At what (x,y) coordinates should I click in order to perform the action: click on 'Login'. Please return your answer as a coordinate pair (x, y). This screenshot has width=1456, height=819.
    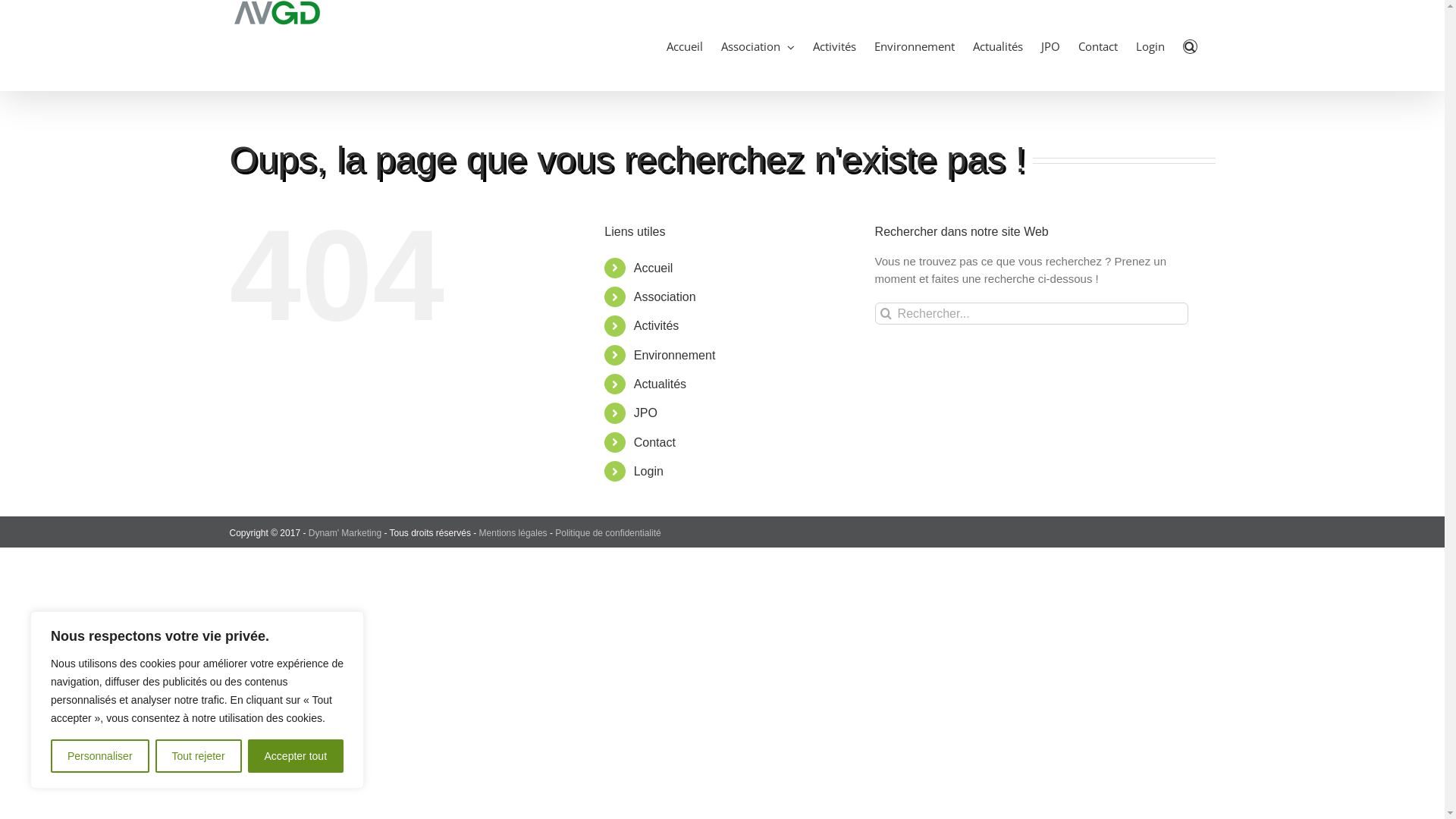
    Looking at the image, I should click on (1150, 45).